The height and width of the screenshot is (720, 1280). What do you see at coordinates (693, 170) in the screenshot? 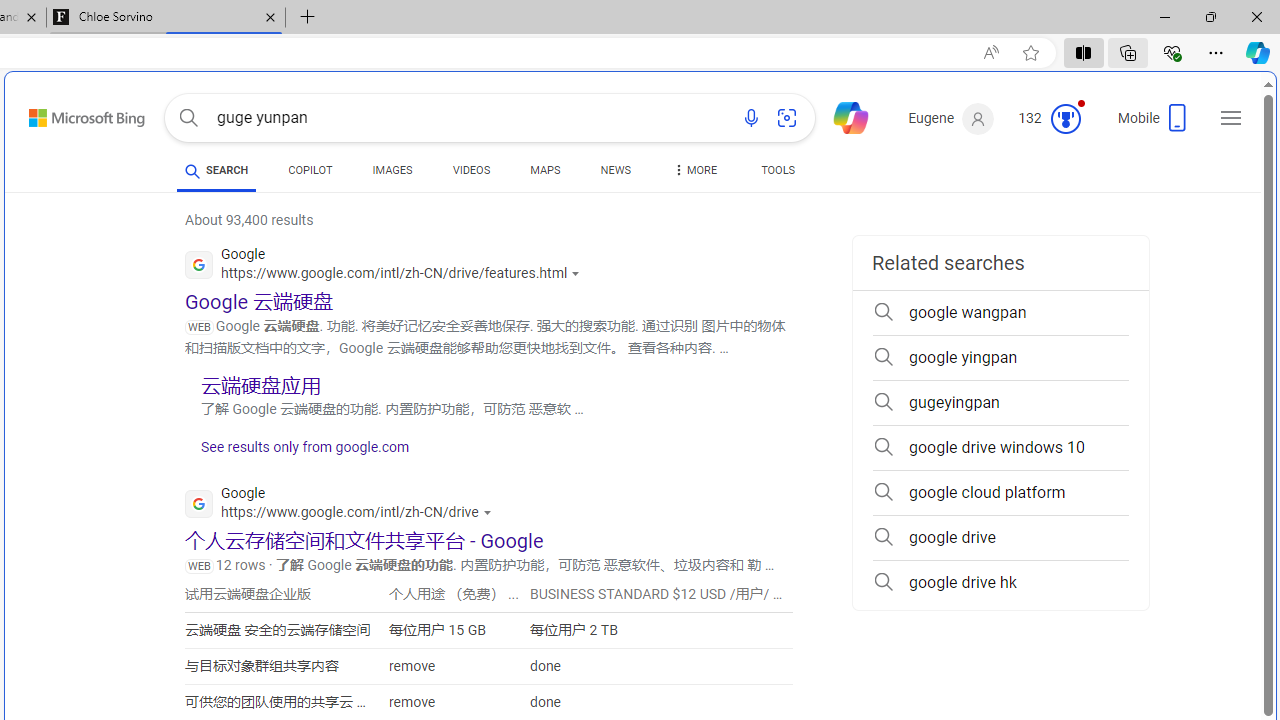
I see `'Dropdown Menu'` at bounding box center [693, 170].